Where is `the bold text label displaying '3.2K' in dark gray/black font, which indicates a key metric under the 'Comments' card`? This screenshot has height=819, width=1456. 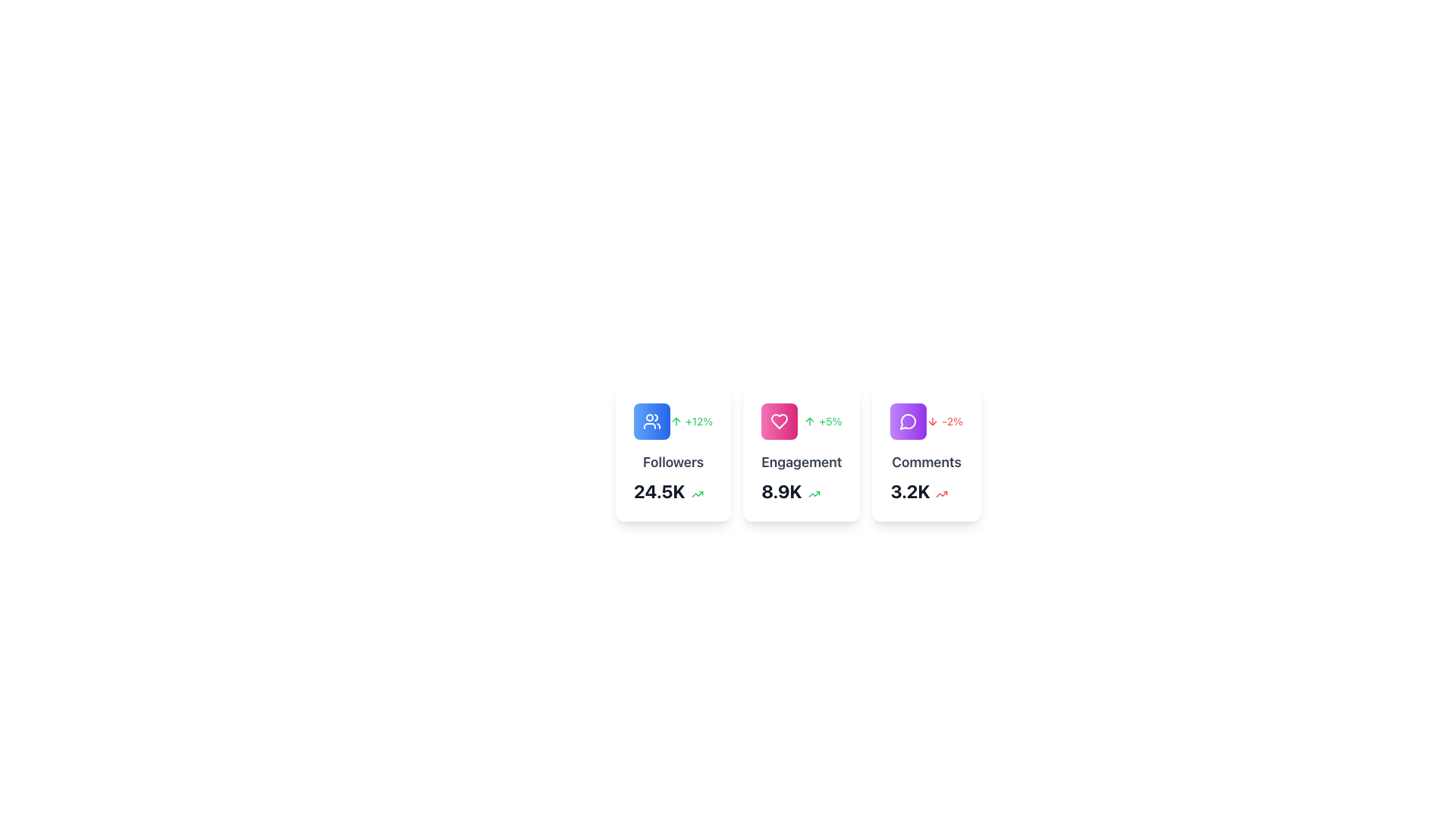 the bold text label displaying '3.2K' in dark gray/black font, which indicates a key metric under the 'Comments' card is located at coordinates (910, 491).